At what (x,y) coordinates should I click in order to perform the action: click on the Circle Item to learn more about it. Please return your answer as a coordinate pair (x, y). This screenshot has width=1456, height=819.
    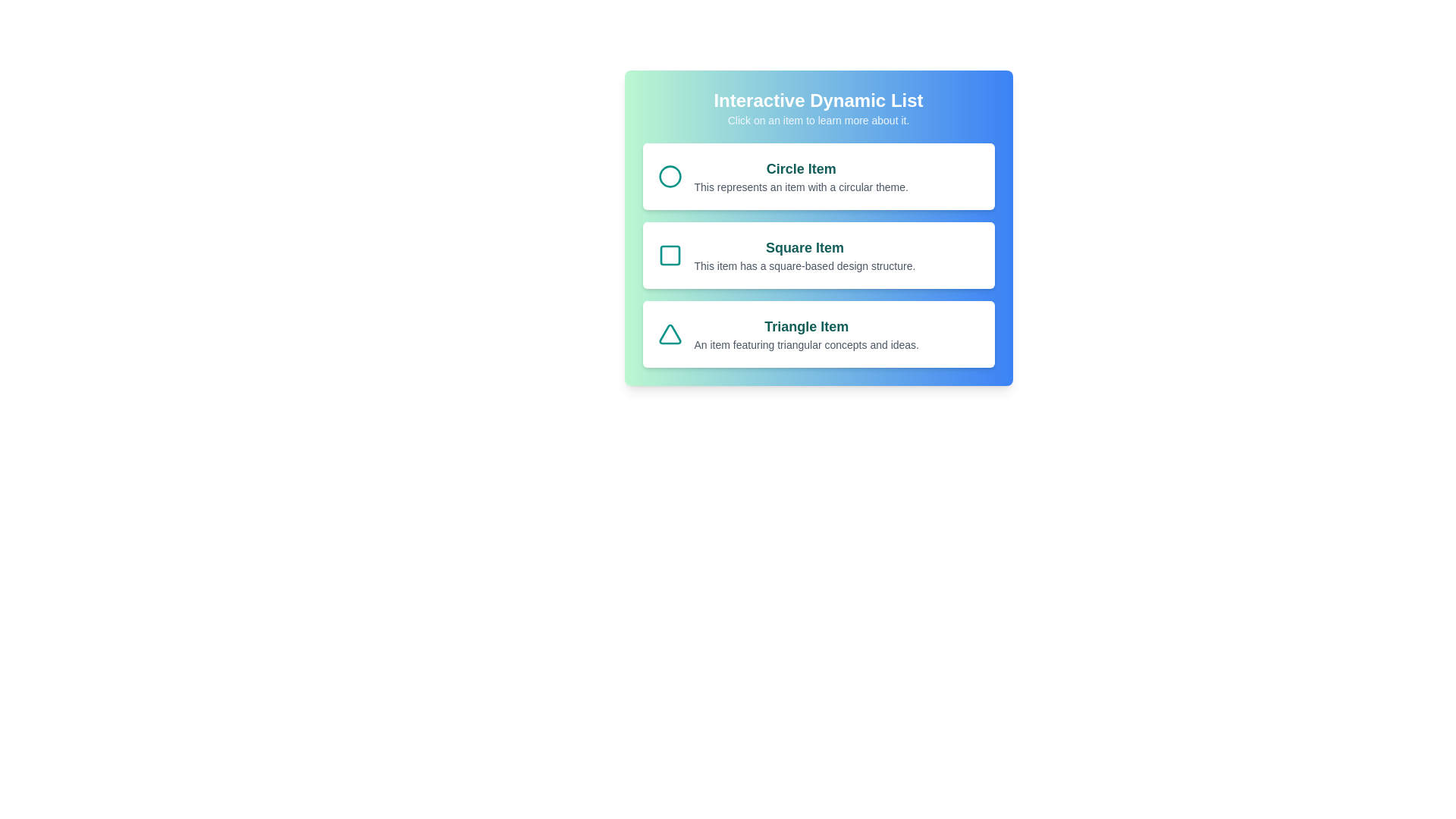
    Looking at the image, I should click on (817, 175).